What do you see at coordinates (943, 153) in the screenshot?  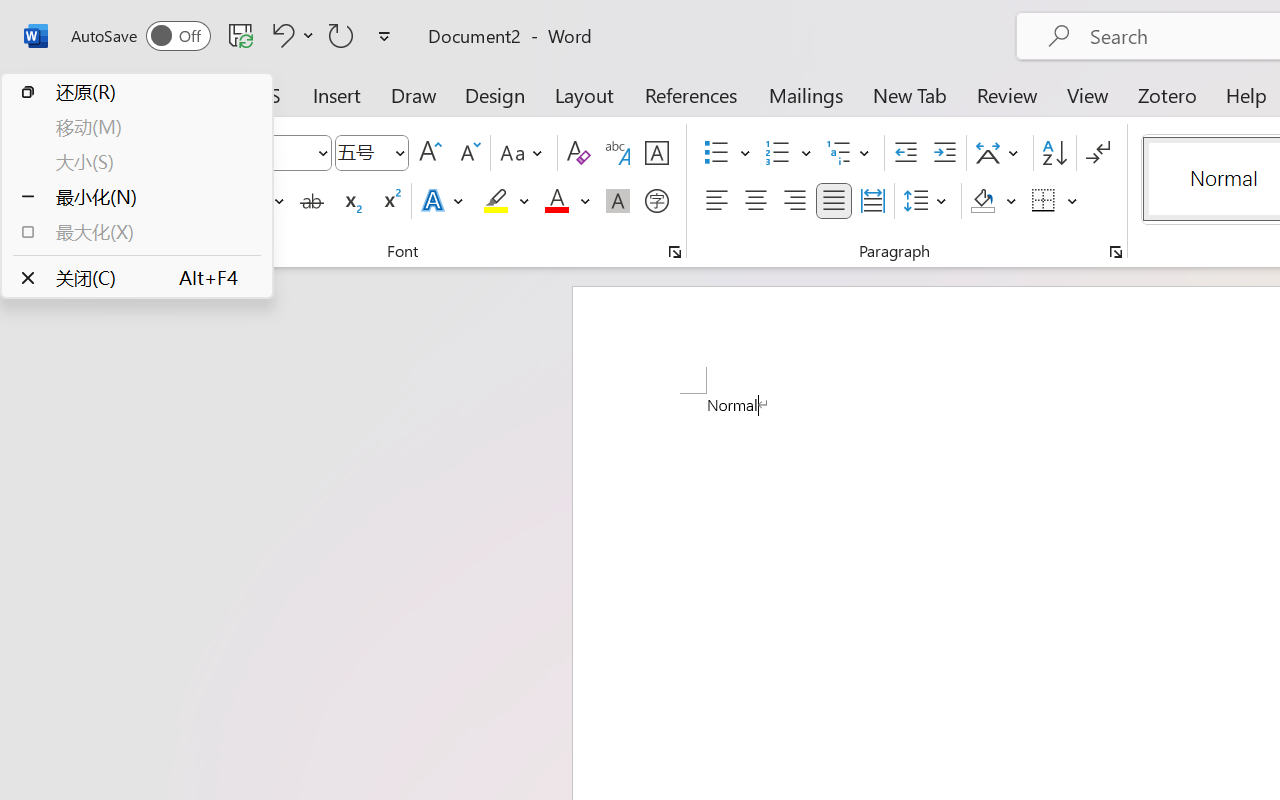 I see `'Increase Indent'` at bounding box center [943, 153].